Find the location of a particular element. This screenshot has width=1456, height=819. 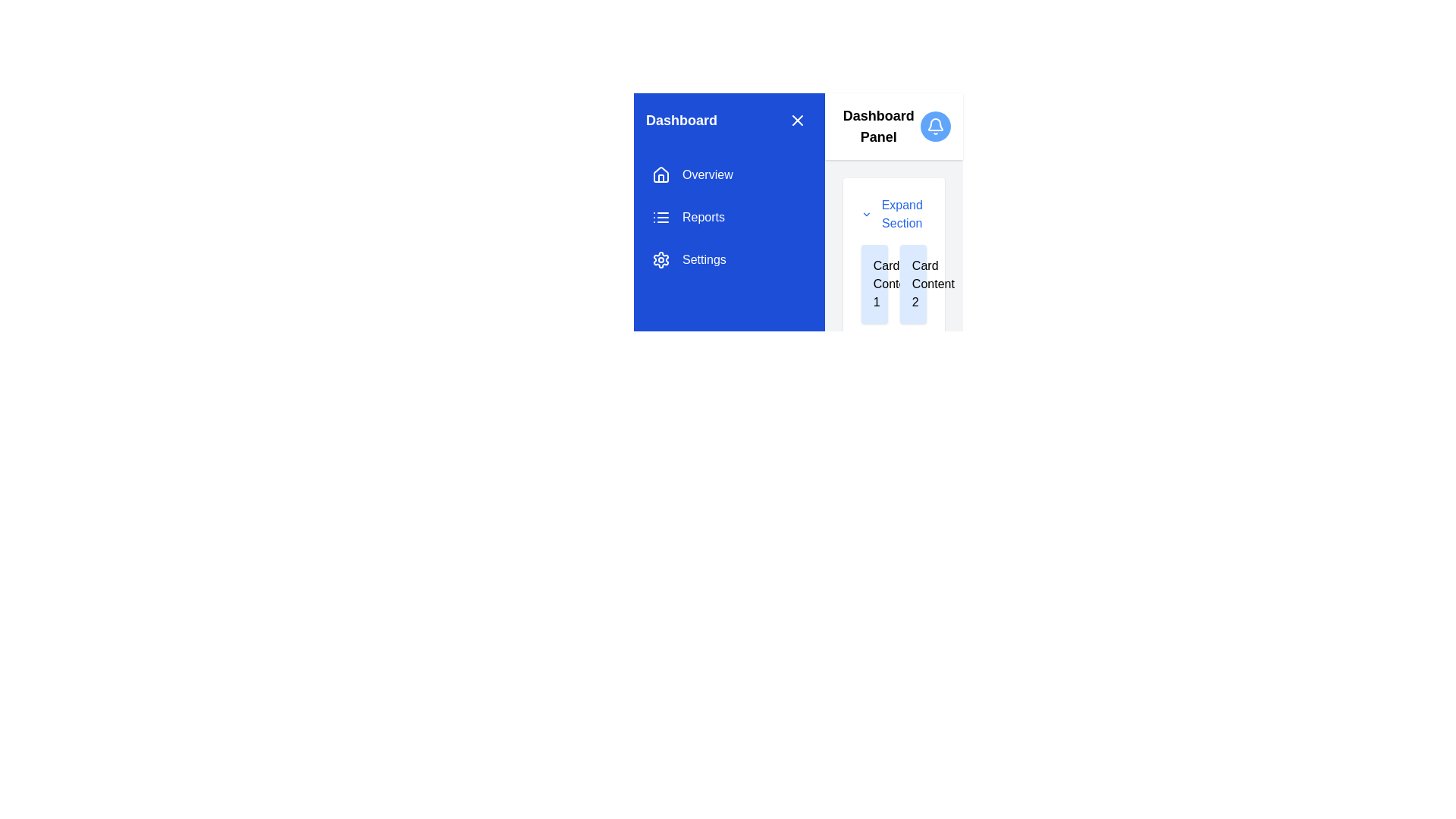

text from the 'Dashboard Panel' label located at the top-right section of the interface is located at coordinates (878, 125).